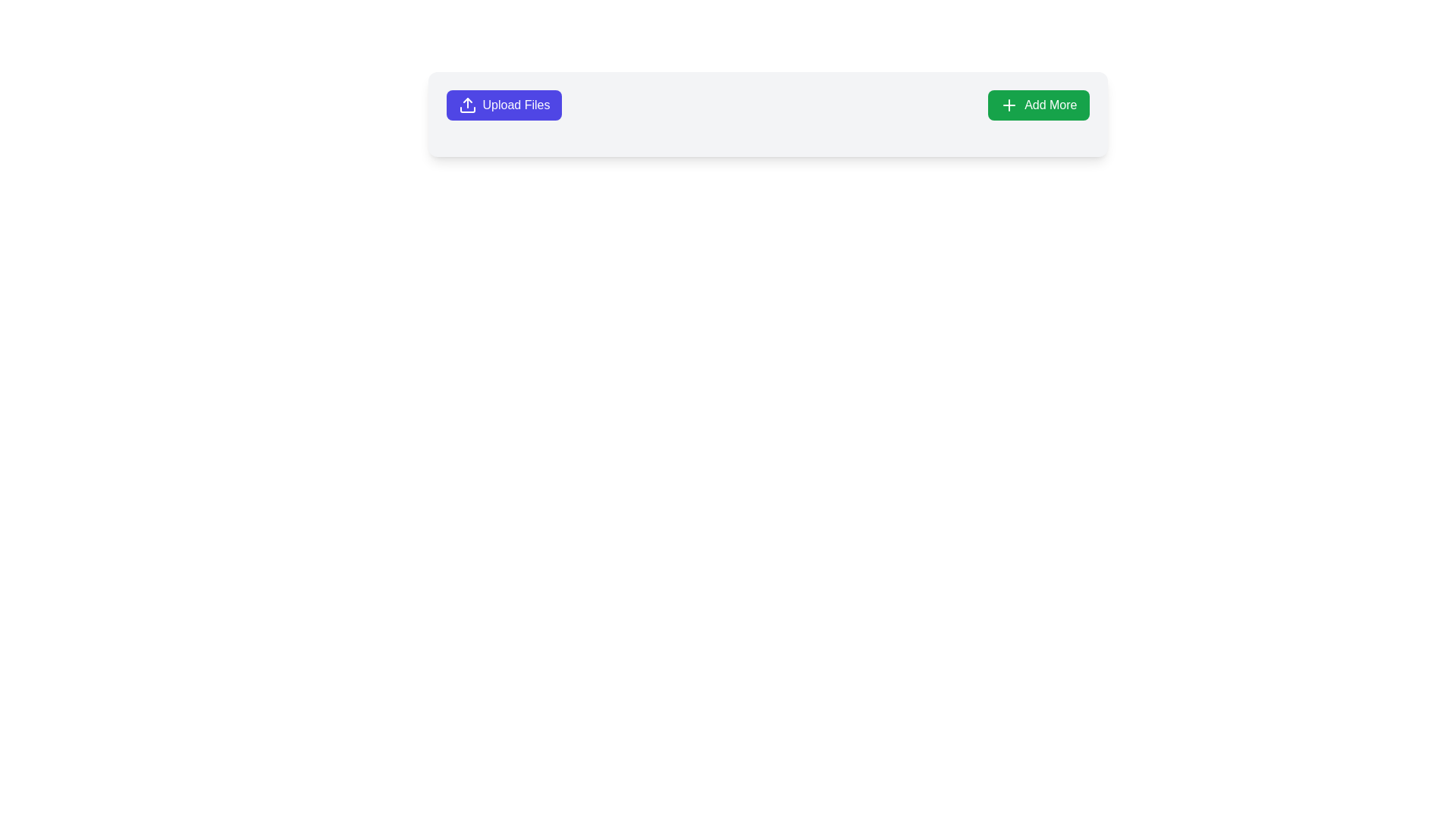  I want to click on the upload icon, which is positioned to the left of the 'Upload Files' text in the button on the left-hand side of the interface, so click(466, 104).